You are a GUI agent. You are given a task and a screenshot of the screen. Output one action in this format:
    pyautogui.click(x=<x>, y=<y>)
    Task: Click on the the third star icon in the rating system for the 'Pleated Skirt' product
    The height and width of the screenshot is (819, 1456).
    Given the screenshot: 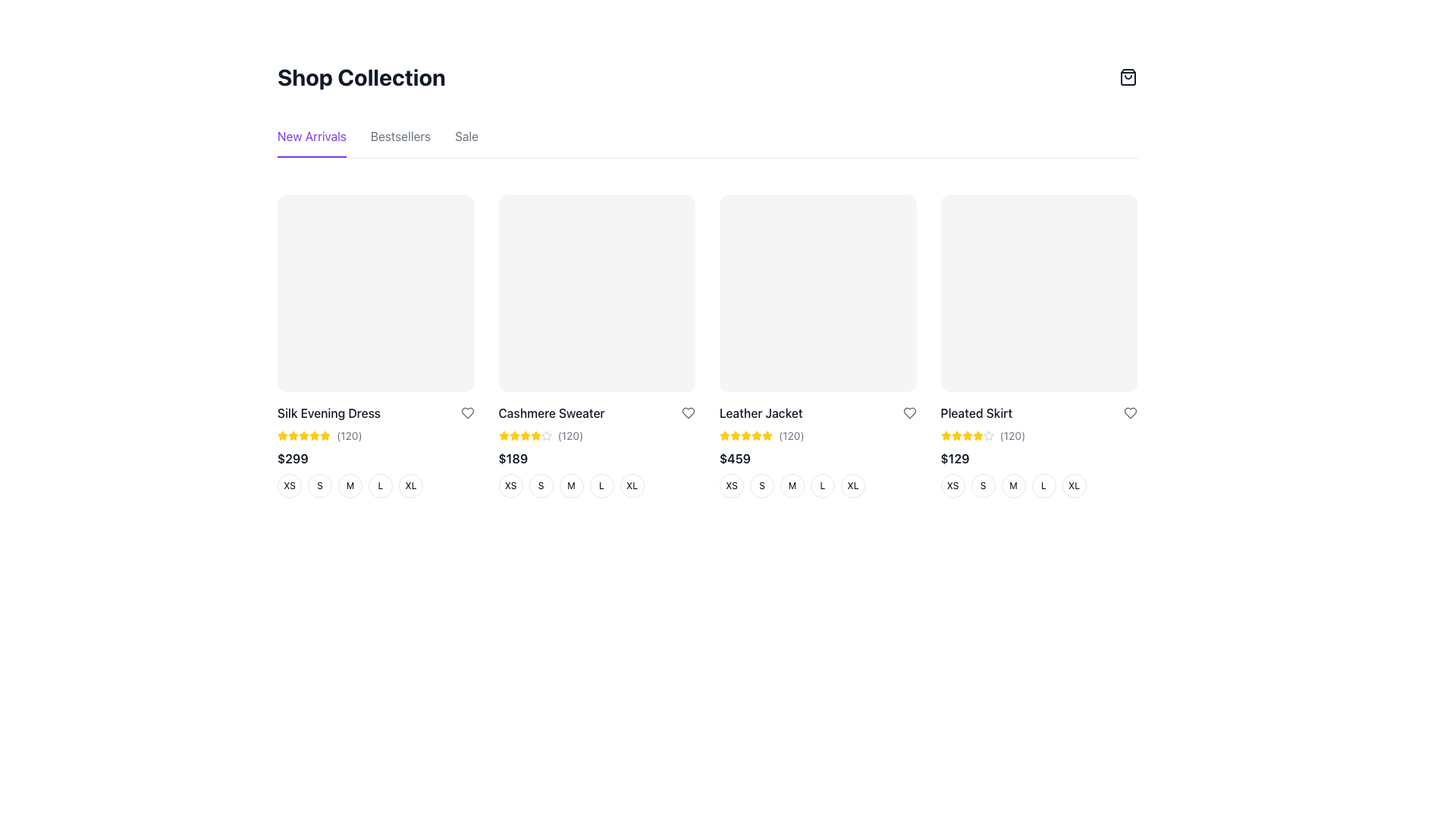 What is the action you would take?
    pyautogui.click(x=955, y=435)
    